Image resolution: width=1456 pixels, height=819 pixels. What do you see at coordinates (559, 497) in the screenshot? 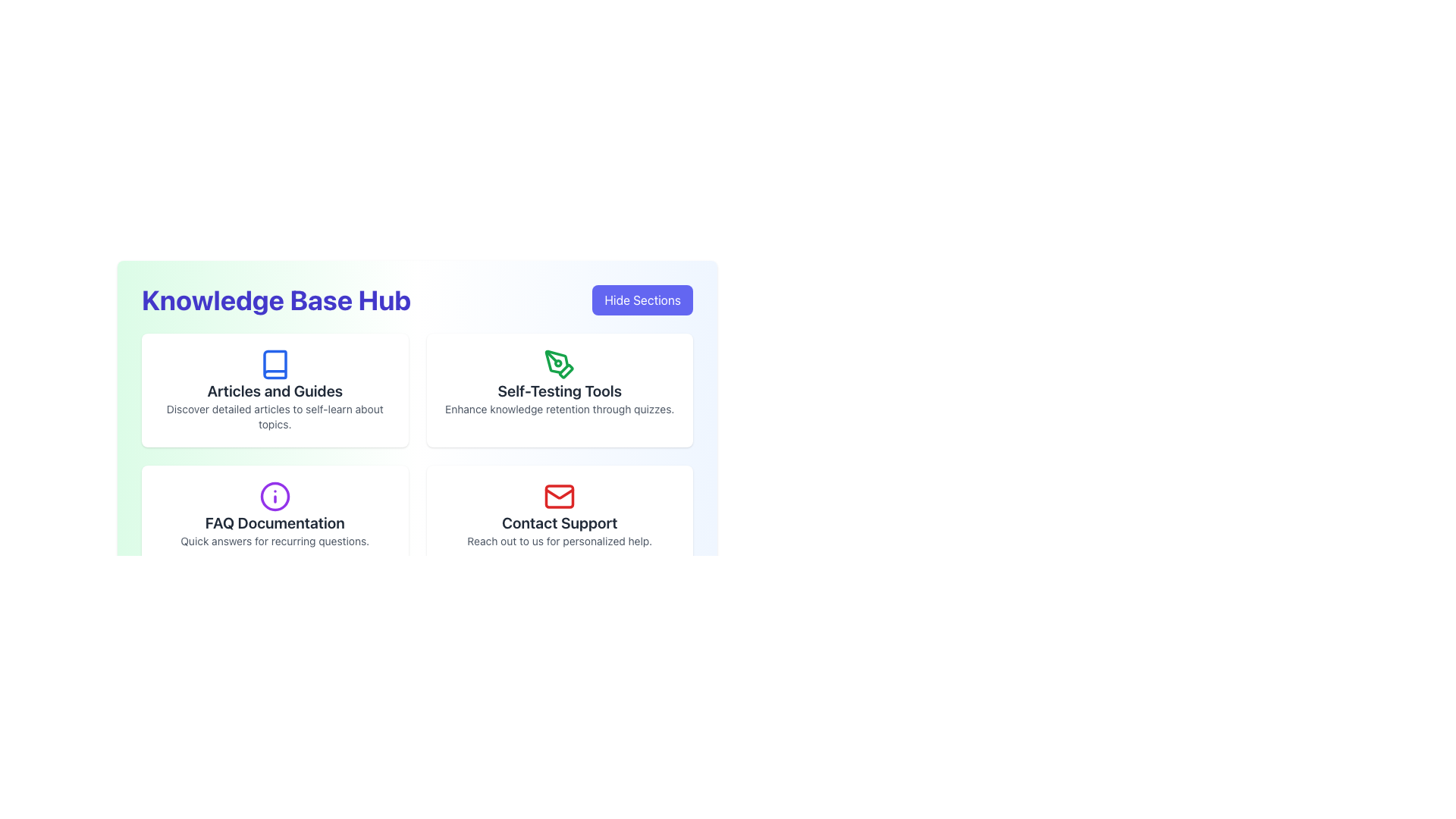
I see `the decorative SVG shape representing the body of the envelope icon in the 'Contact Support' section located at the bottom-right quadrant of the interface` at bounding box center [559, 497].